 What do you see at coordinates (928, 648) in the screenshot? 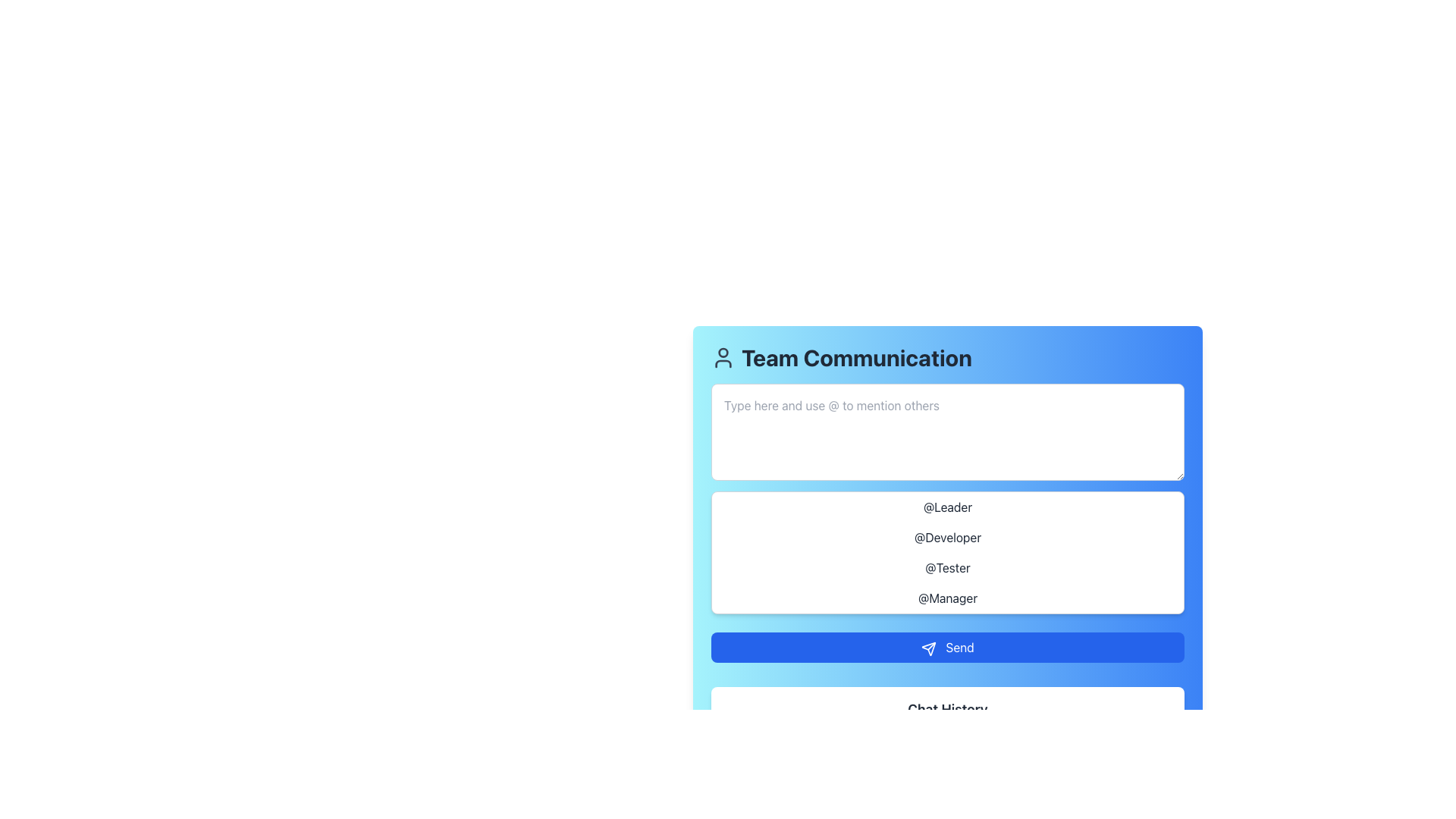
I see `the icon representing the action of sending a message, which is embedded within the 'Send' button and positioned to the left of the button's text` at bounding box center [928, 648].